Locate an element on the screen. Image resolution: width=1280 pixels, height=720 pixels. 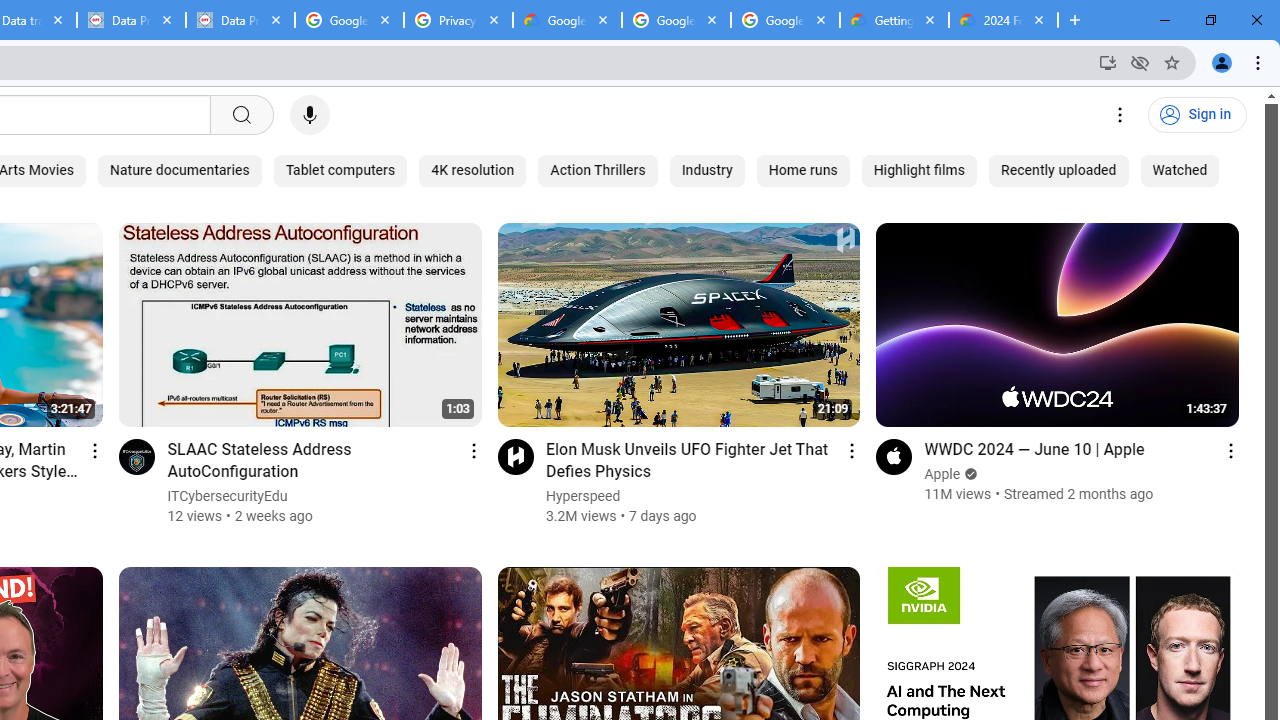
'Install YouTube' is located at coordinates (1106, 61).